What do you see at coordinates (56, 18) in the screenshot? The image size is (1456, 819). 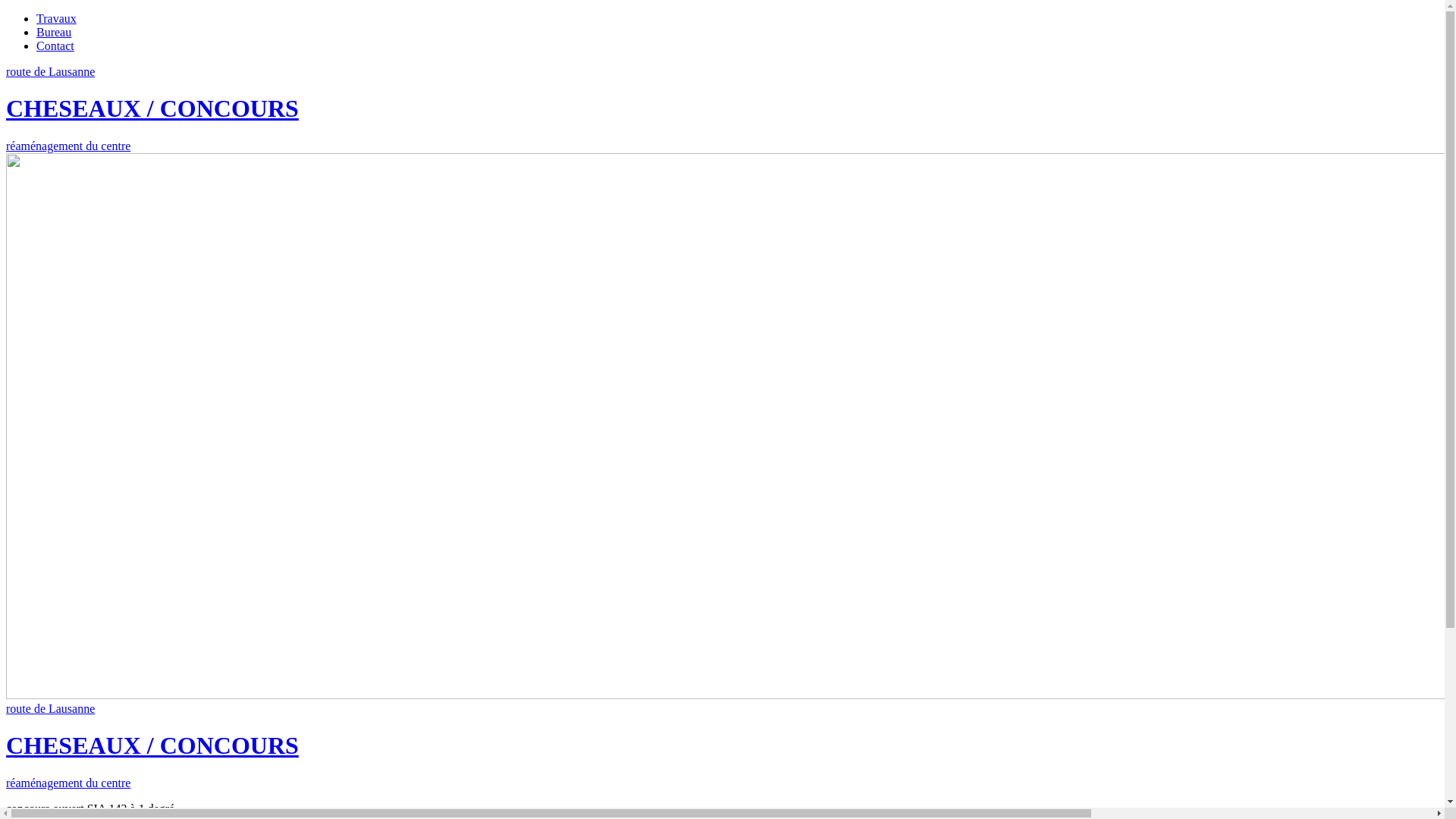 I see `'Travaux'` at bounding box center [56, 18].